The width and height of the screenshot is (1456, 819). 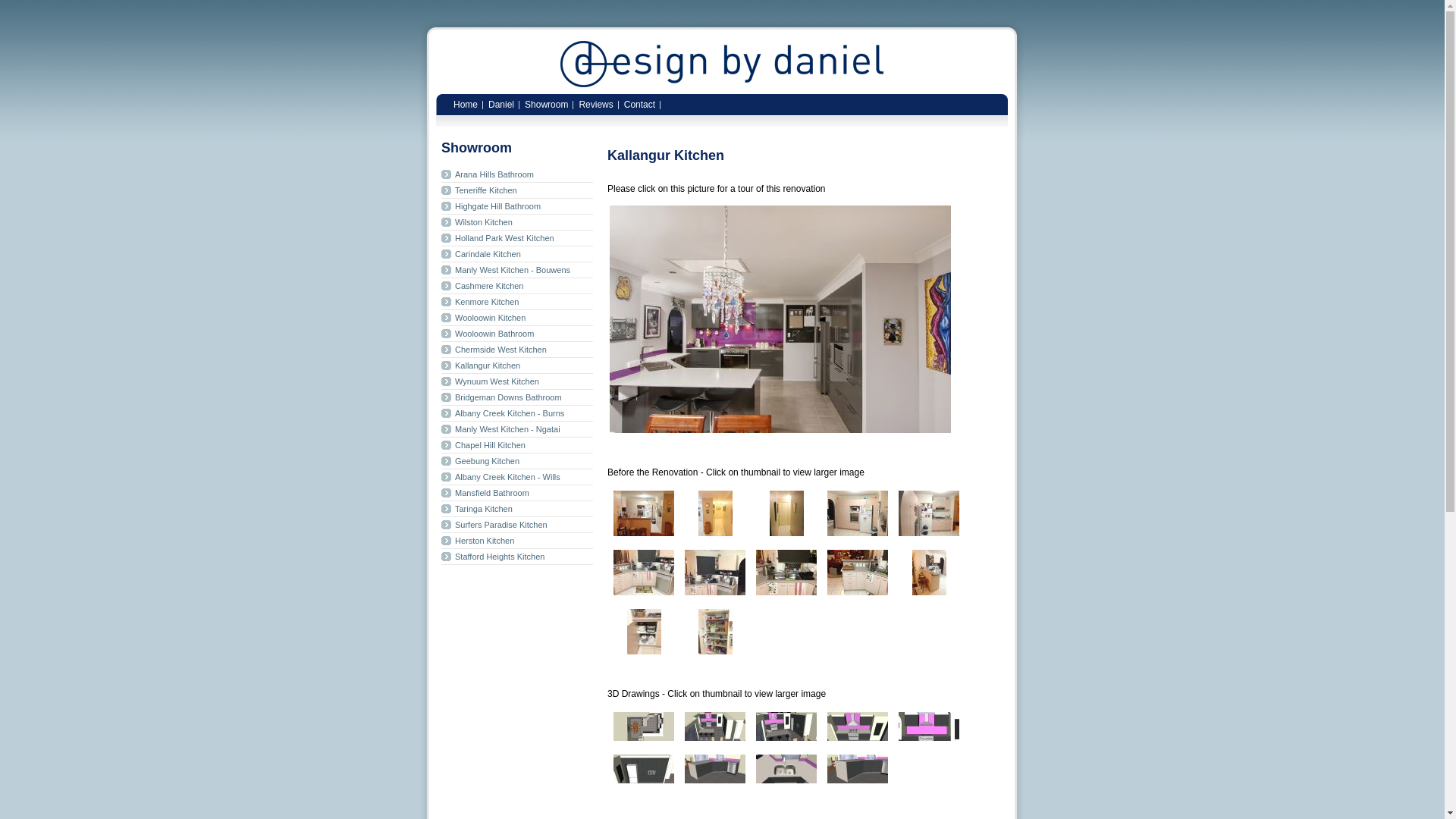 What do you see at coordinates (516, 190) in the screenshot?
I see `'Teneriffe Kitchen'` at bounding box center [516, 190].